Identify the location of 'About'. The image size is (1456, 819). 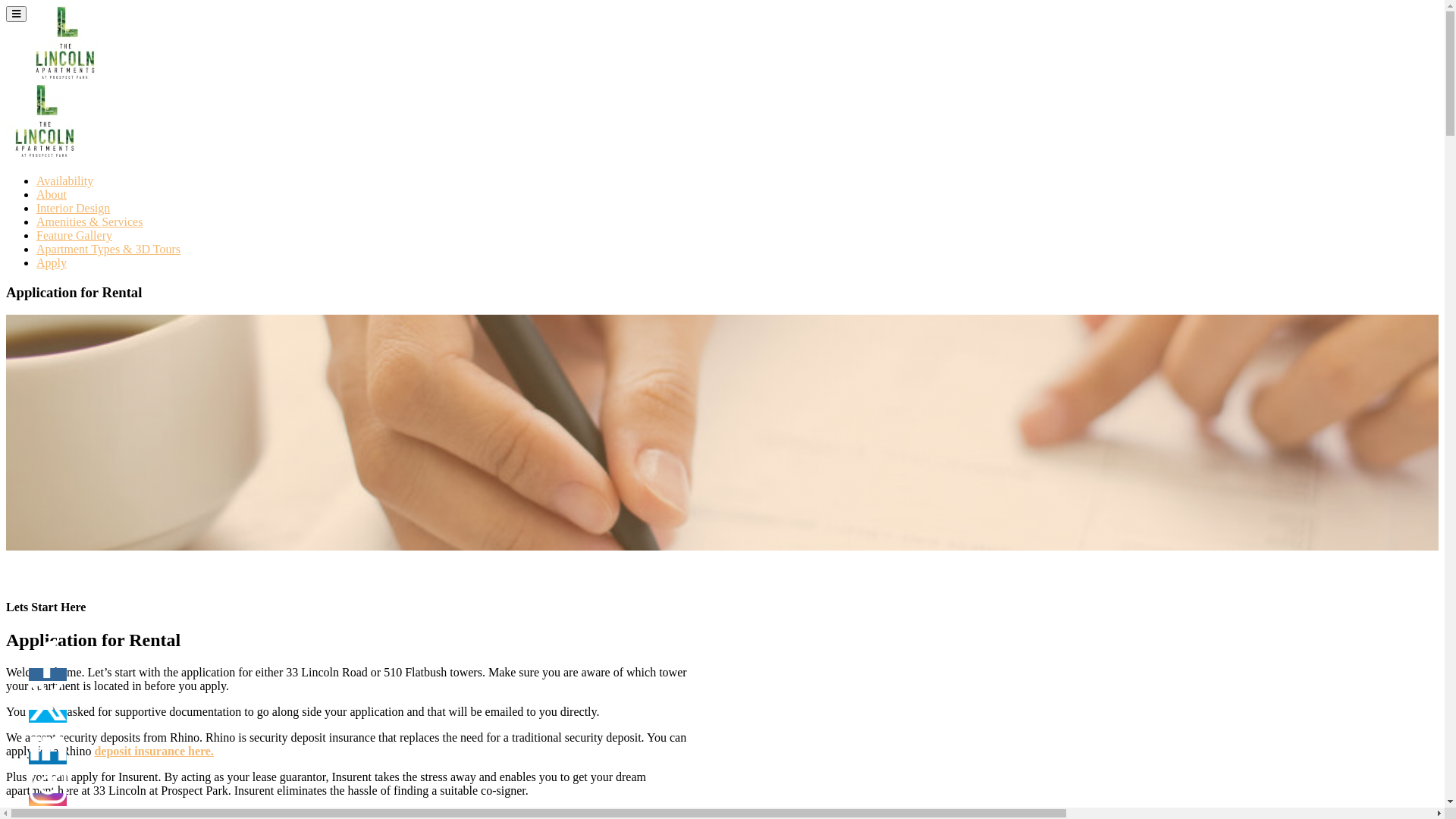
(51, 193).